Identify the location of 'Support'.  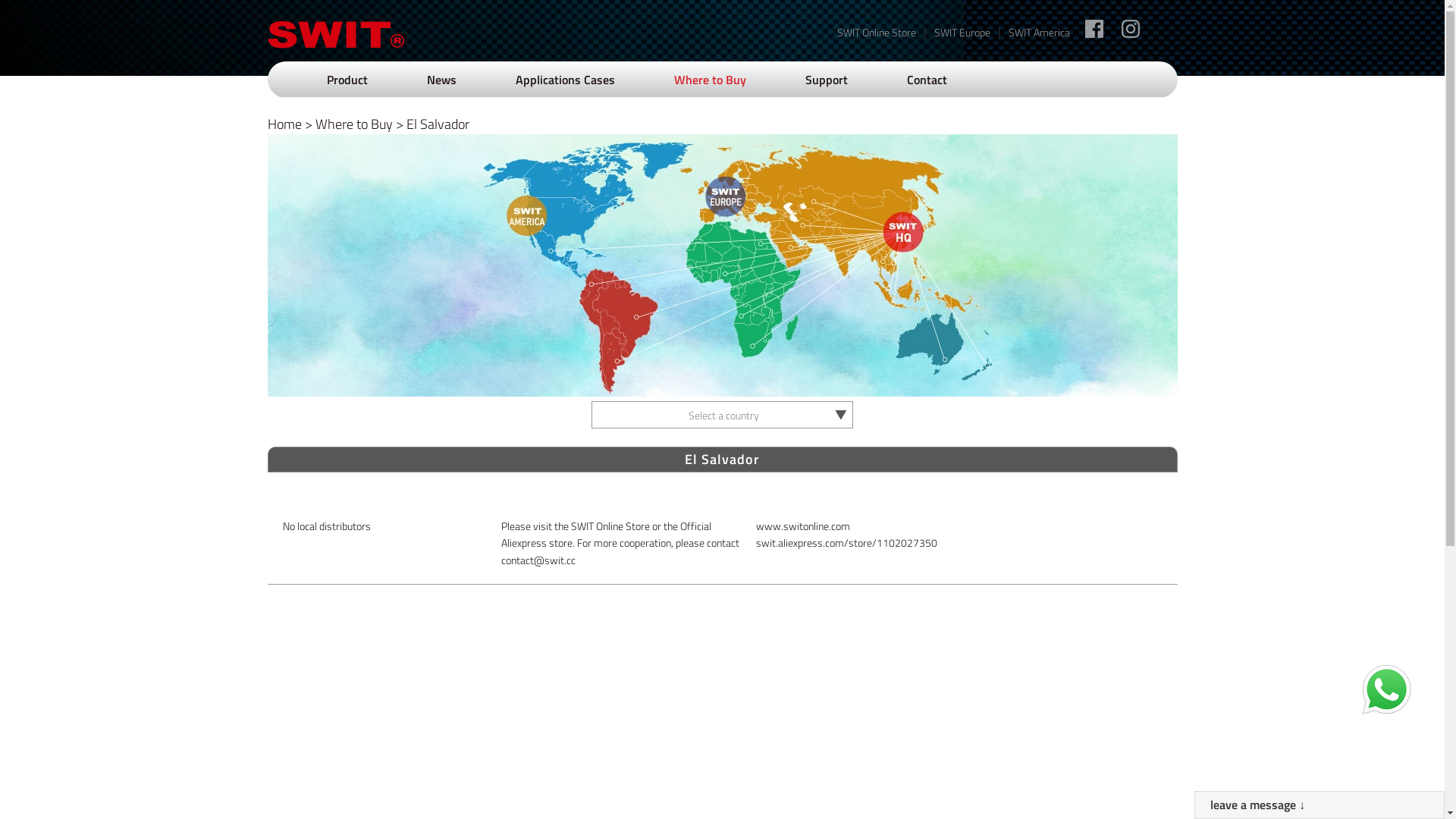
(825, 79).